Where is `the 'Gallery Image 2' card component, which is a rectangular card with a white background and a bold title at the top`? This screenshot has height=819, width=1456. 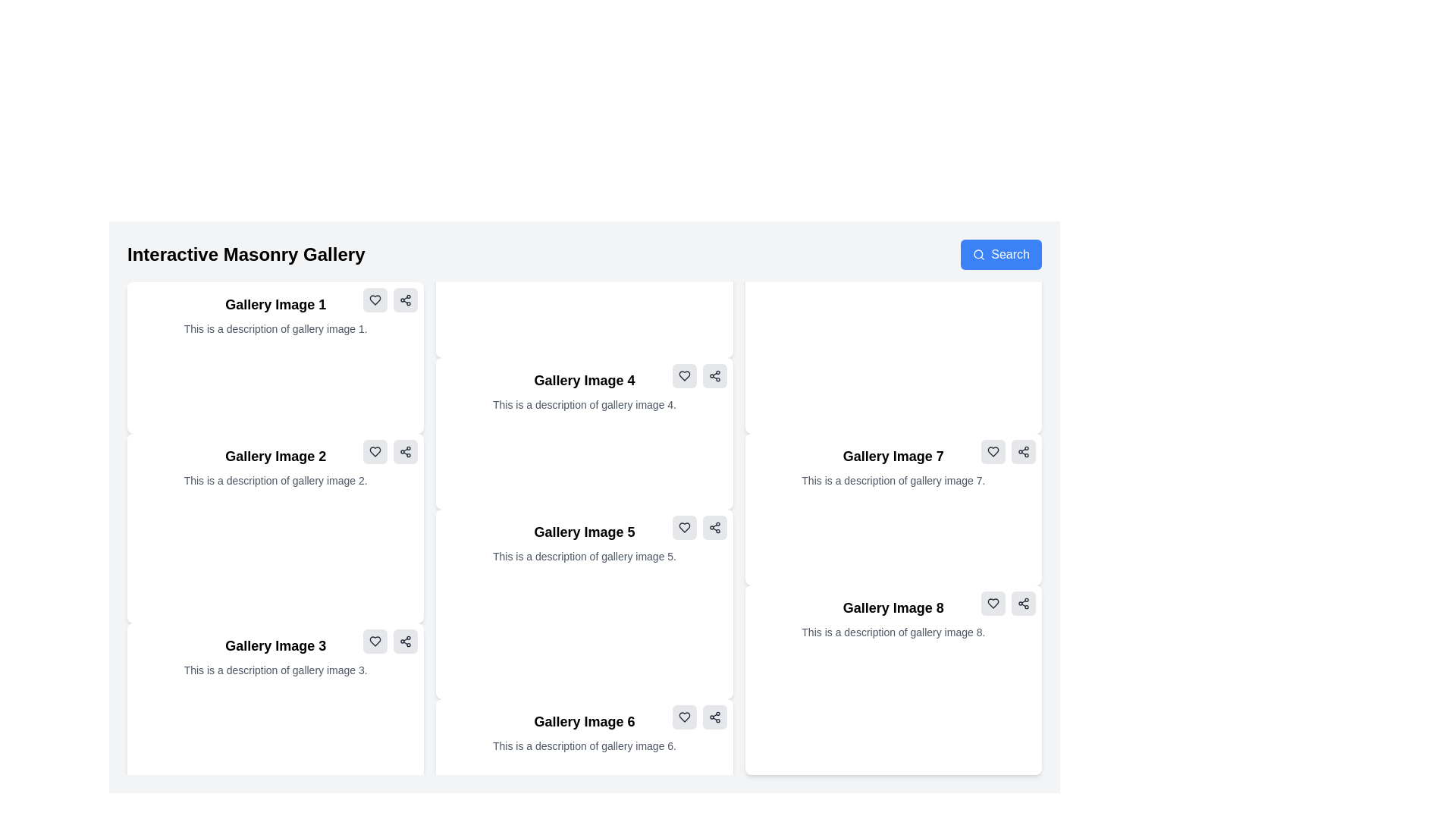
the 'Gallery Image 2' card component, which is a rectangular card with a white background and a bold title at the top is located at coordinates (275, 528).